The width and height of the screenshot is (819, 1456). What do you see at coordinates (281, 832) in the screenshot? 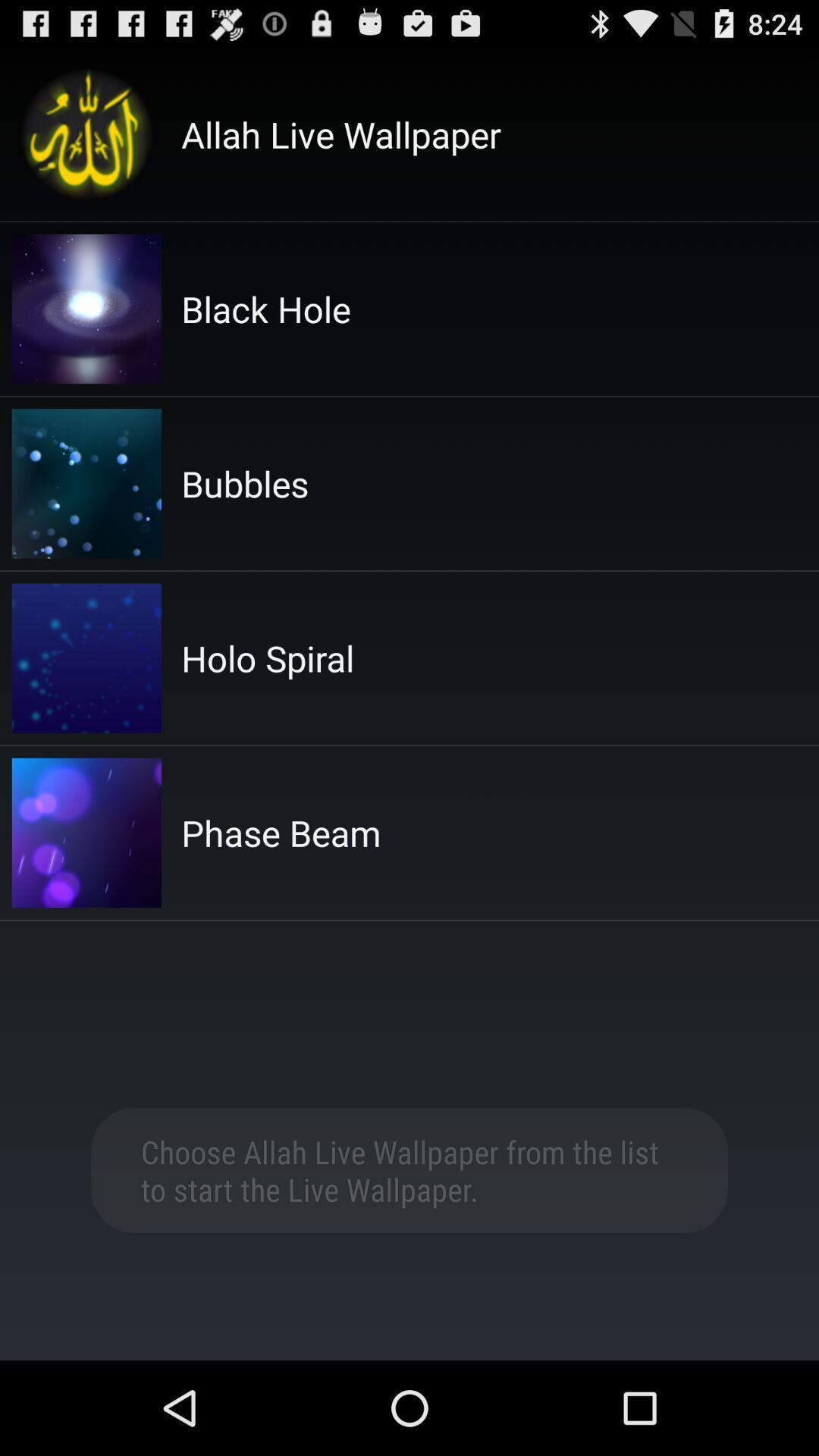
I see `phase beam app` at bounding box center [281, 832].